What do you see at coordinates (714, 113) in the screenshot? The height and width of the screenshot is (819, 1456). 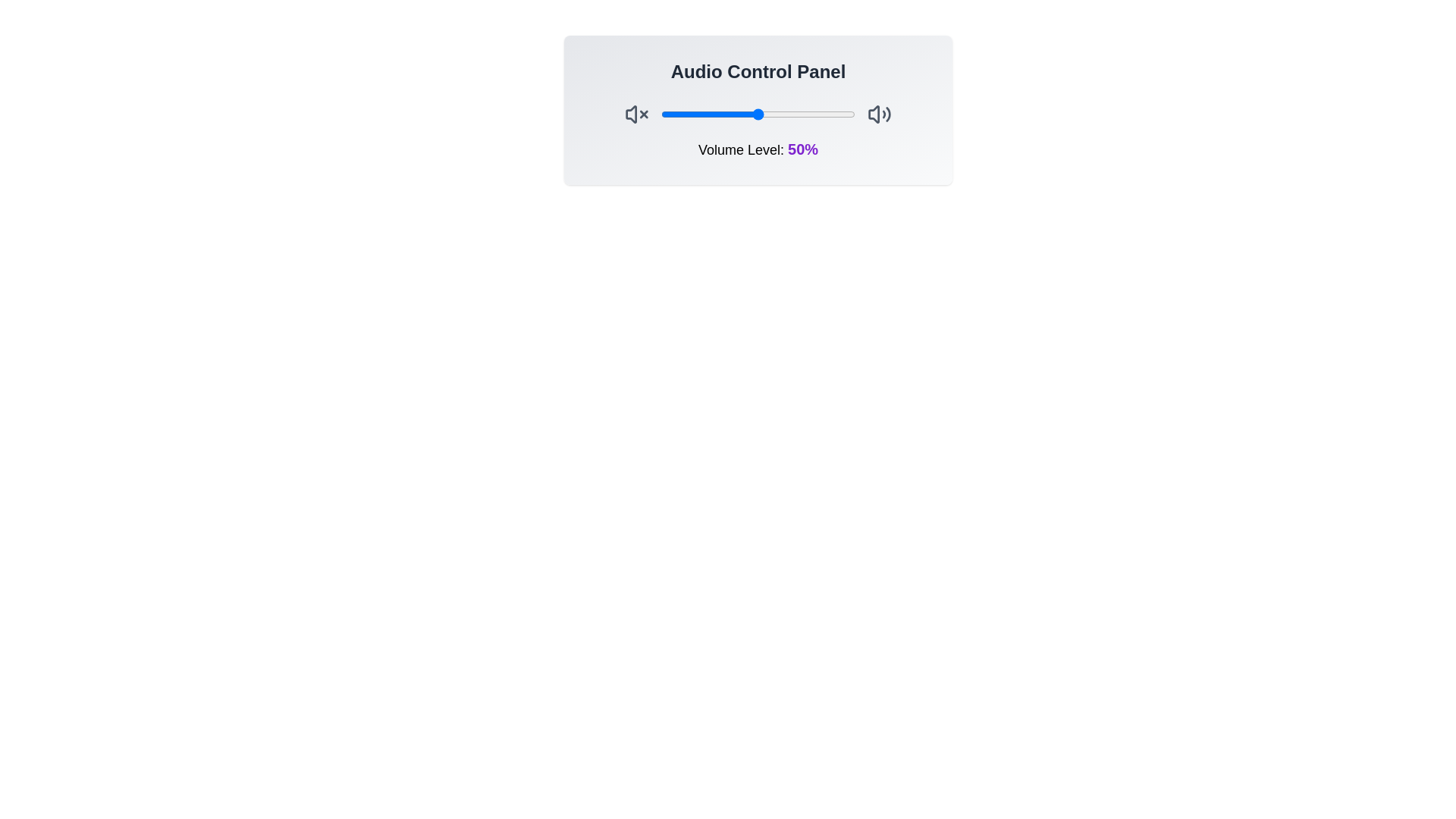 I see `volume` at bounding box center [714, 113].